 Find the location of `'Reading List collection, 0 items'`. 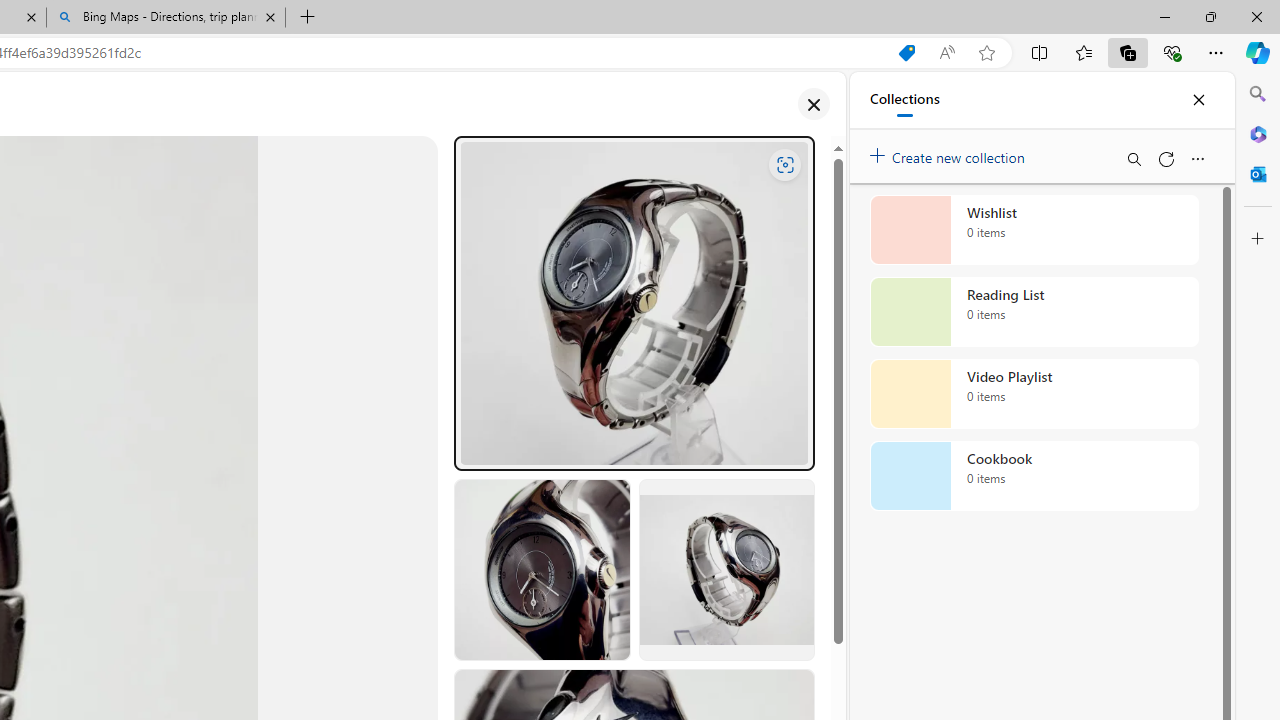

'Reading List collection, 0 items' is located at coordinates (1034, 312).